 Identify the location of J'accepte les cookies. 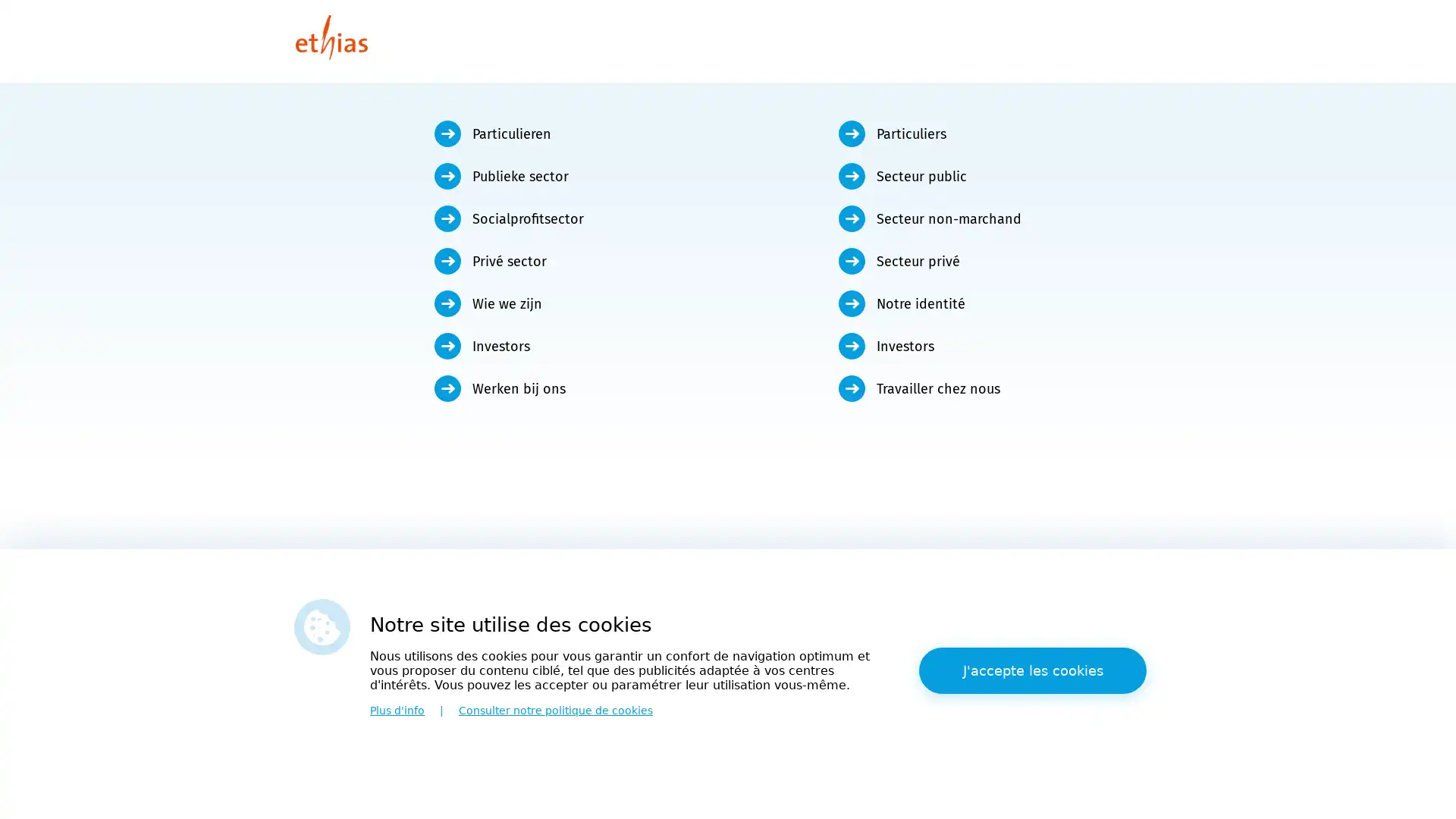
(1032, 669).